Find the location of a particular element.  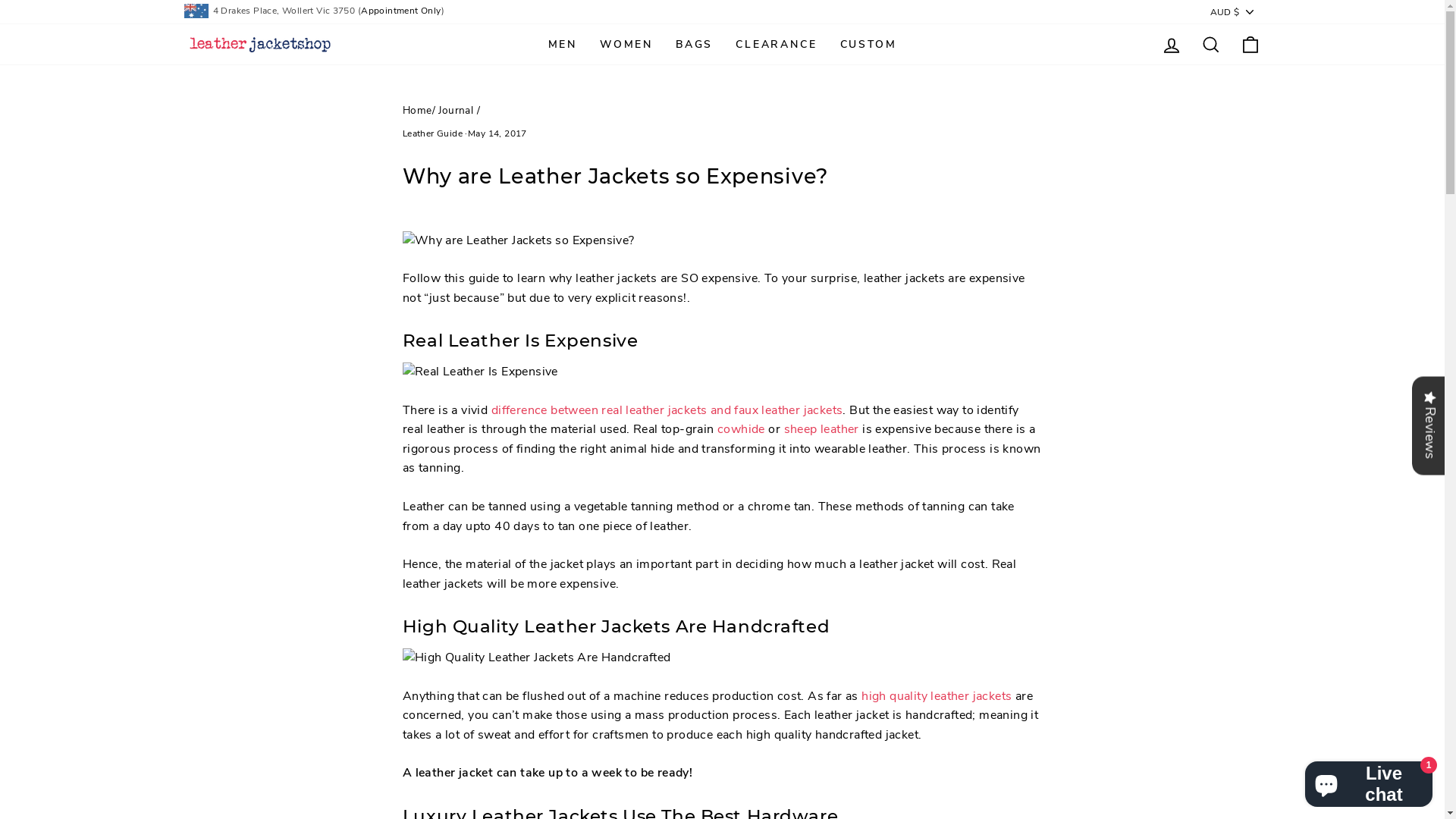

'high quality leather jackets' is located at coordinates (861, 696).